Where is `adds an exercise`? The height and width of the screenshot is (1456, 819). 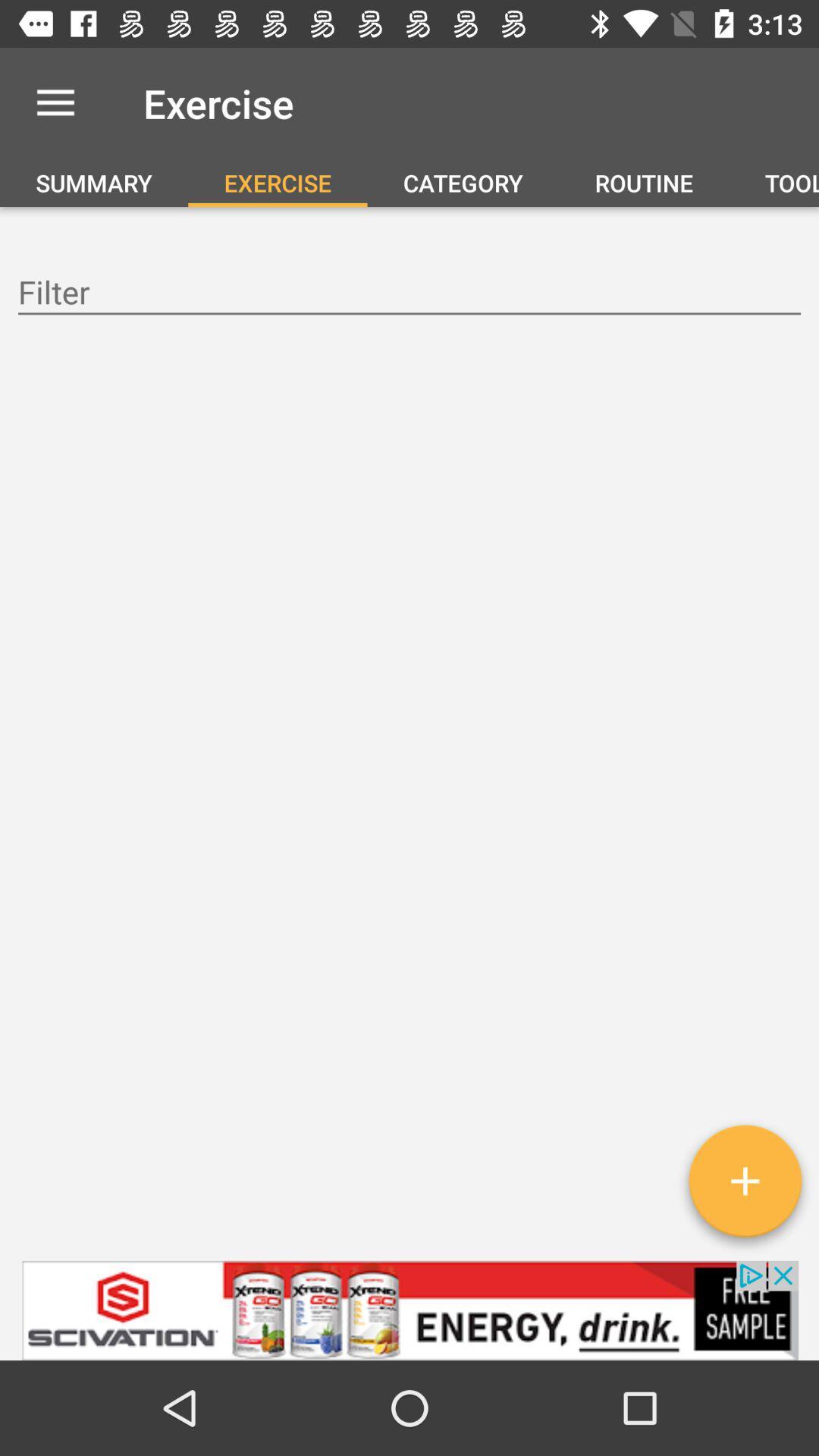 adds an exercise is located at coordinates (744, 1186).